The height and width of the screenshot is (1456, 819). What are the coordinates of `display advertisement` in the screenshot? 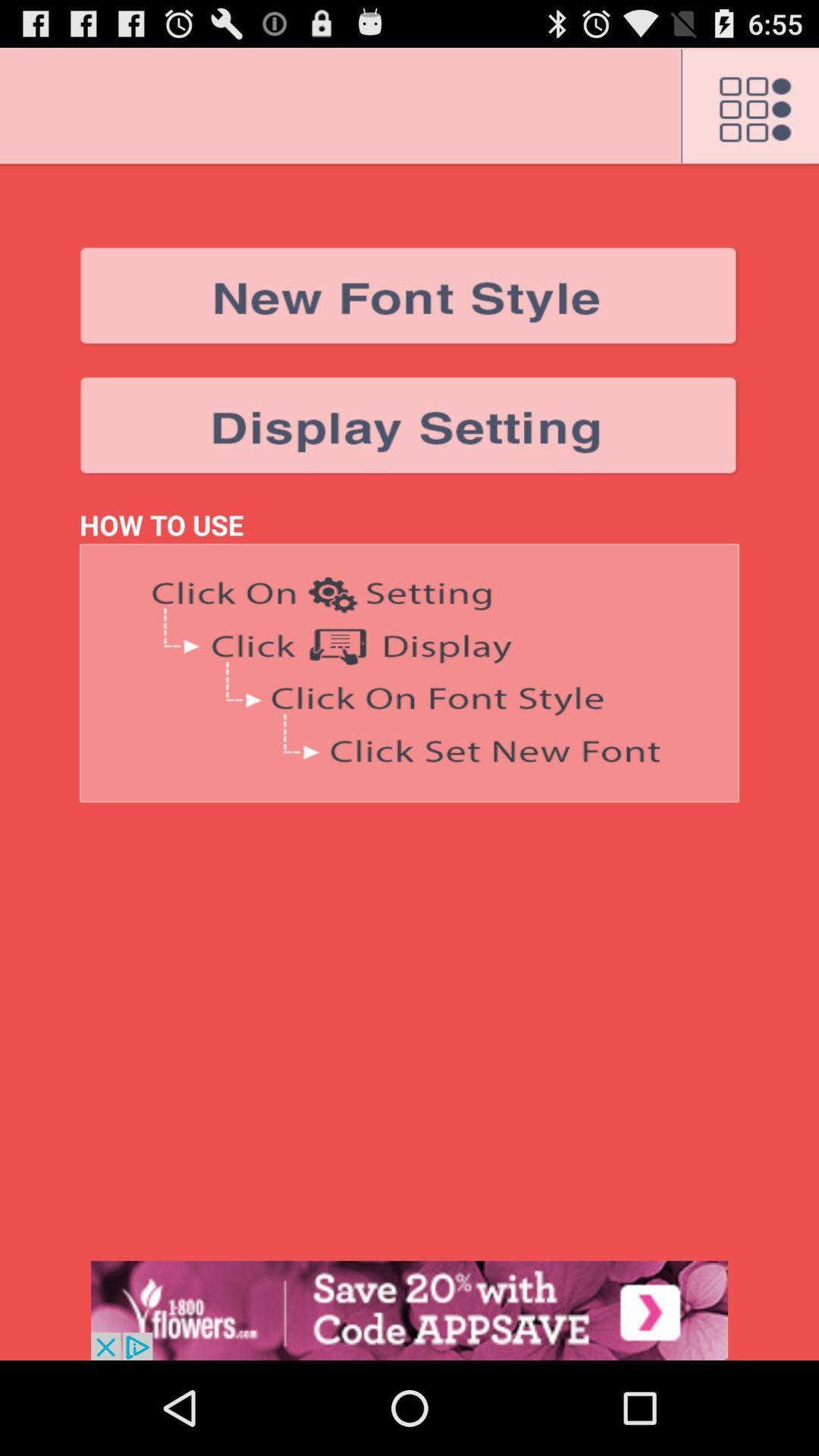 It's located at (409, 1310).